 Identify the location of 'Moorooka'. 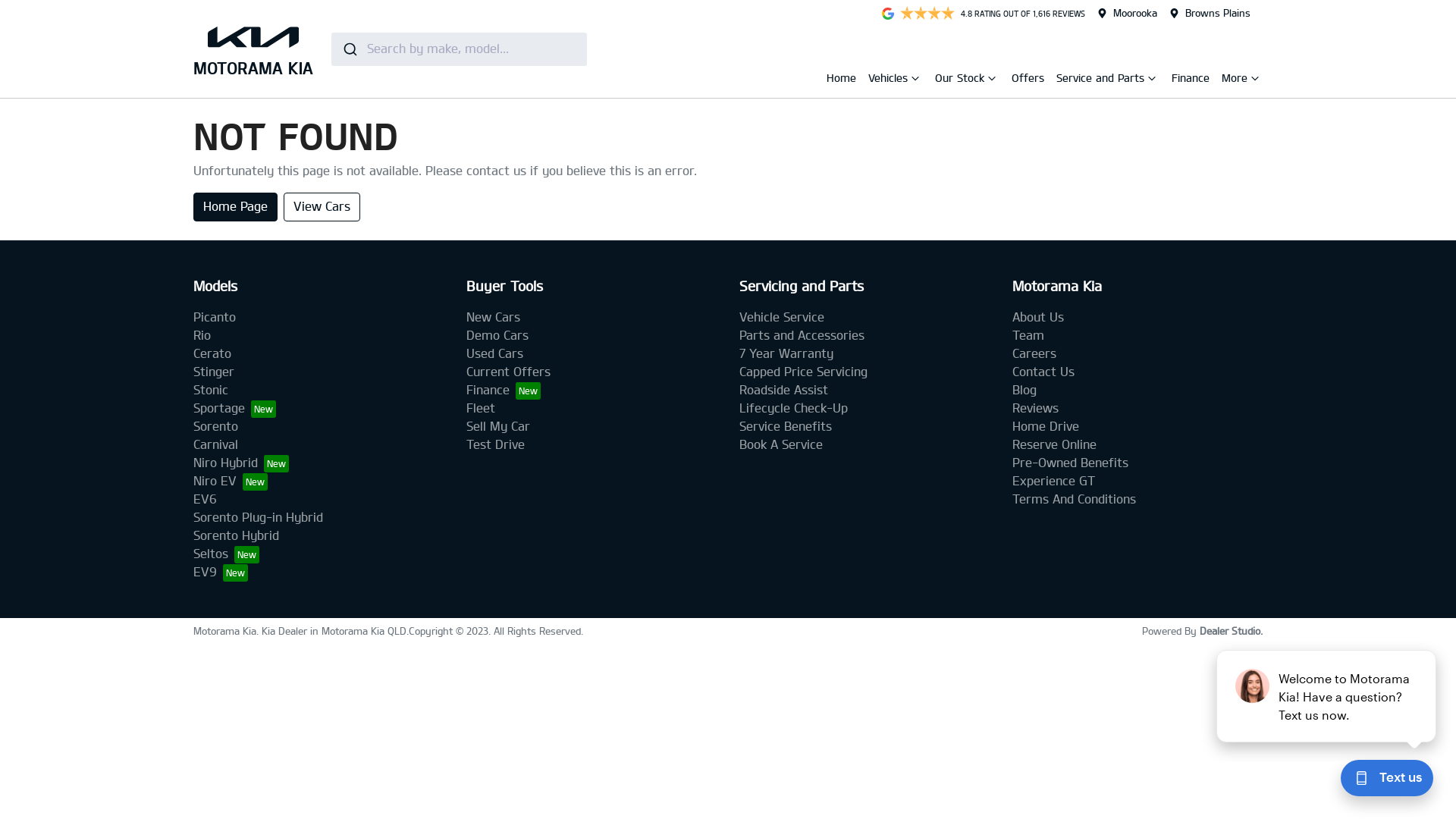
(1135, 12).